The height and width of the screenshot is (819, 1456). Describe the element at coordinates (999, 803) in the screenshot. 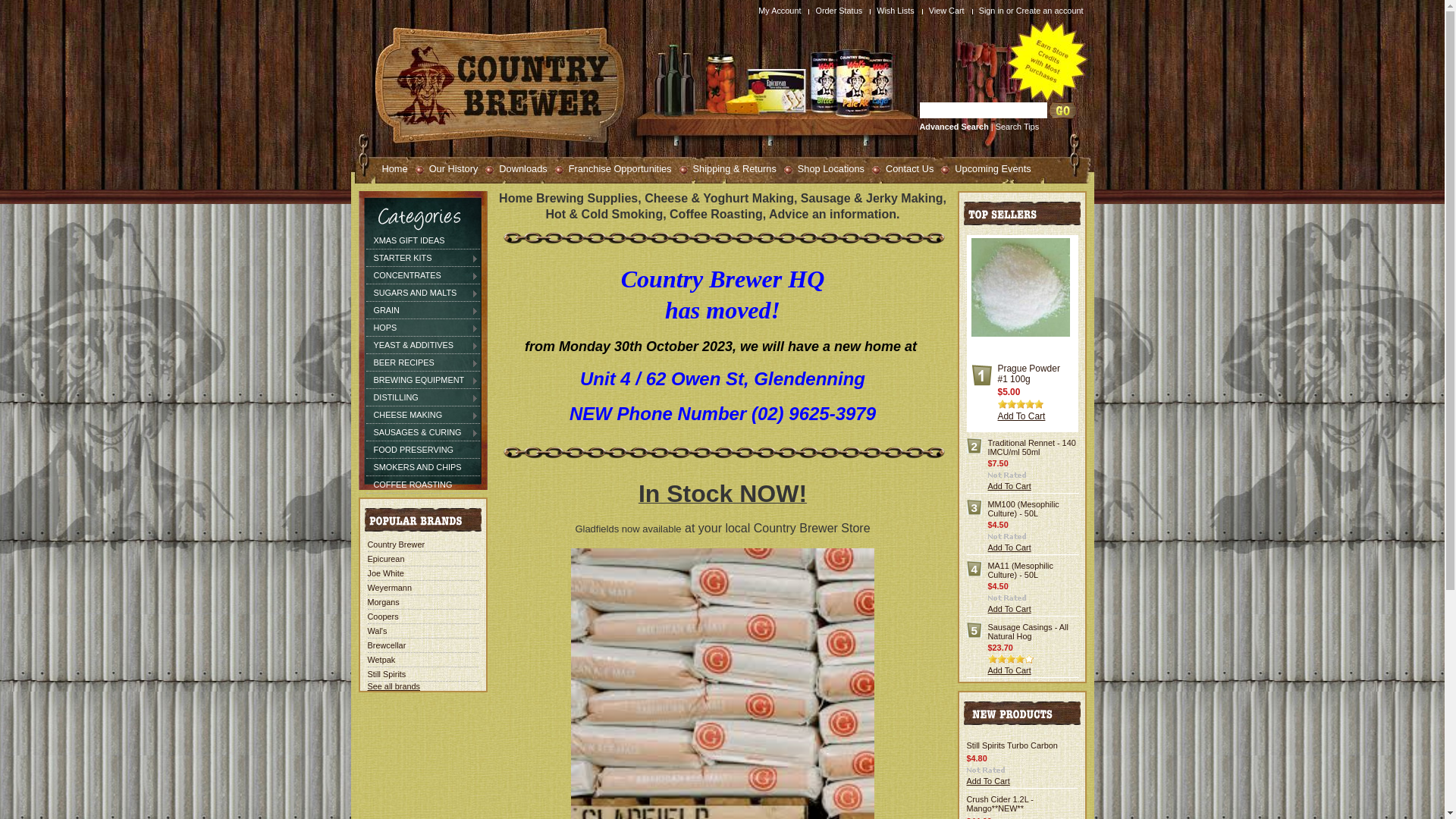

I see `'Crush Cider 1.2L - Mango**NEW**'` at that location.